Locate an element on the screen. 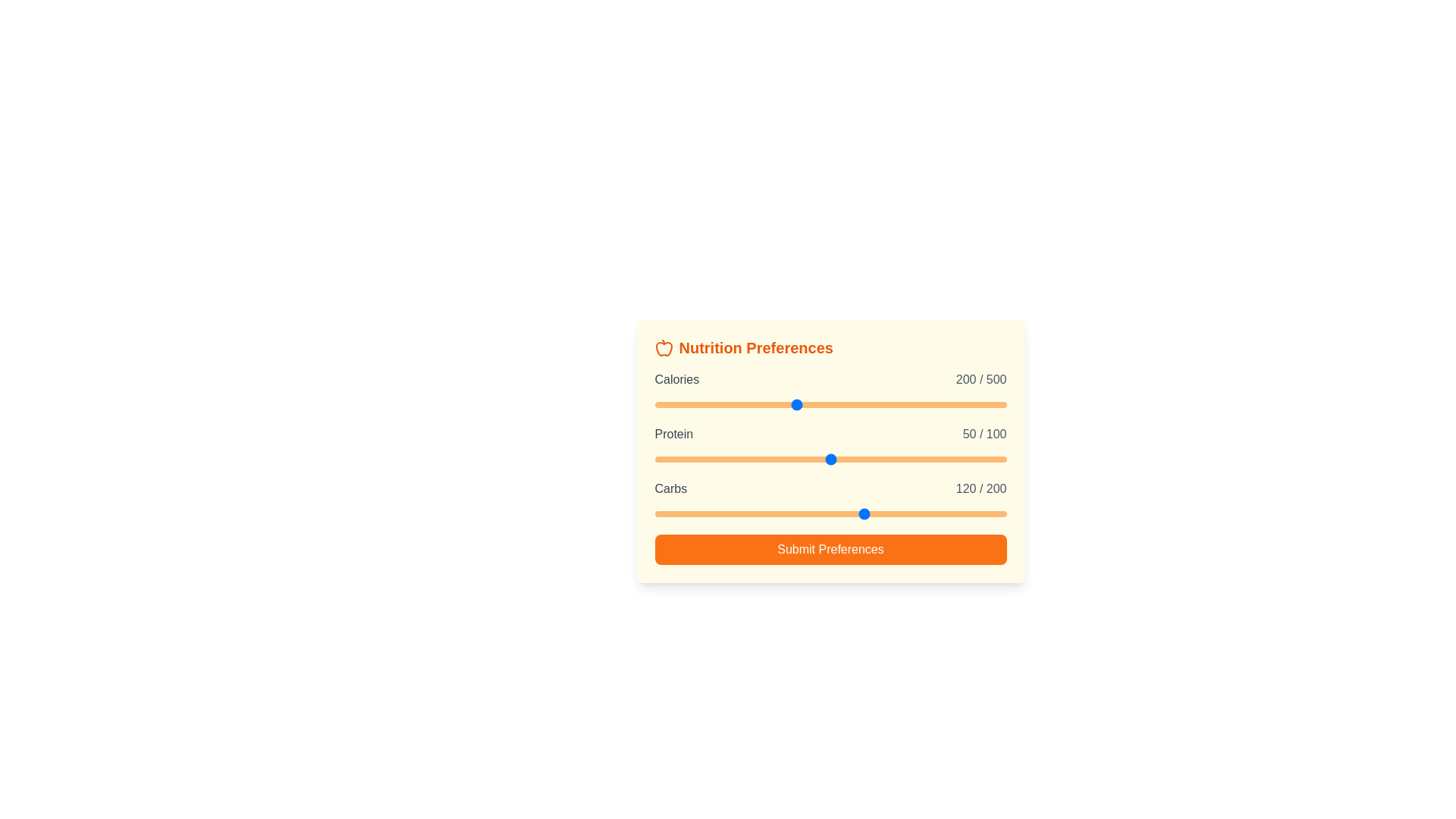  the caloric value is located at coordinates (919, 403).